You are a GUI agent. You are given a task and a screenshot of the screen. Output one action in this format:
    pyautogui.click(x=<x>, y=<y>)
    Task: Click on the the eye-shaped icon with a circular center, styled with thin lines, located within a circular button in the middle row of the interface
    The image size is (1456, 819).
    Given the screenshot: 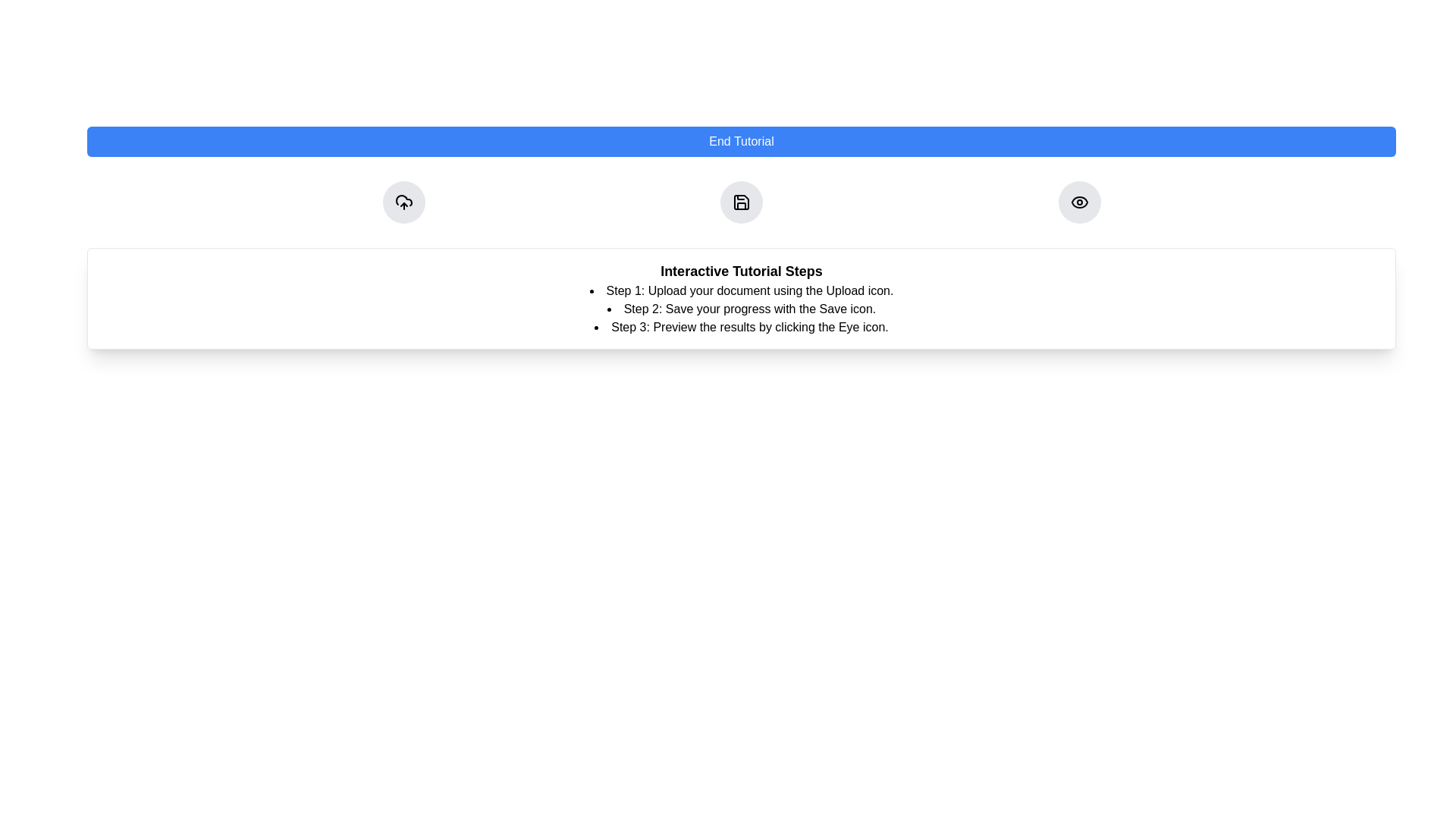 What is the action you would take?
    pyautogui.click(x=1078, y=201)
    